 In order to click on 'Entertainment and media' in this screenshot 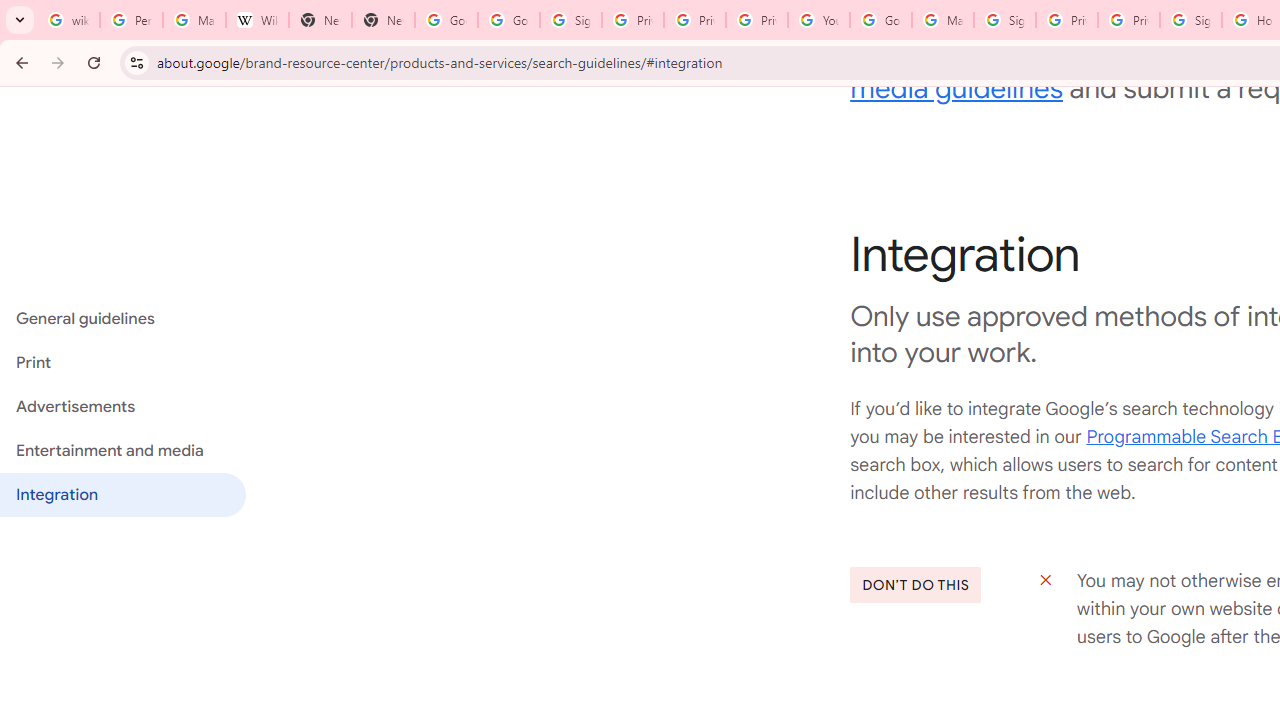, I will do `click(121, 451)`.